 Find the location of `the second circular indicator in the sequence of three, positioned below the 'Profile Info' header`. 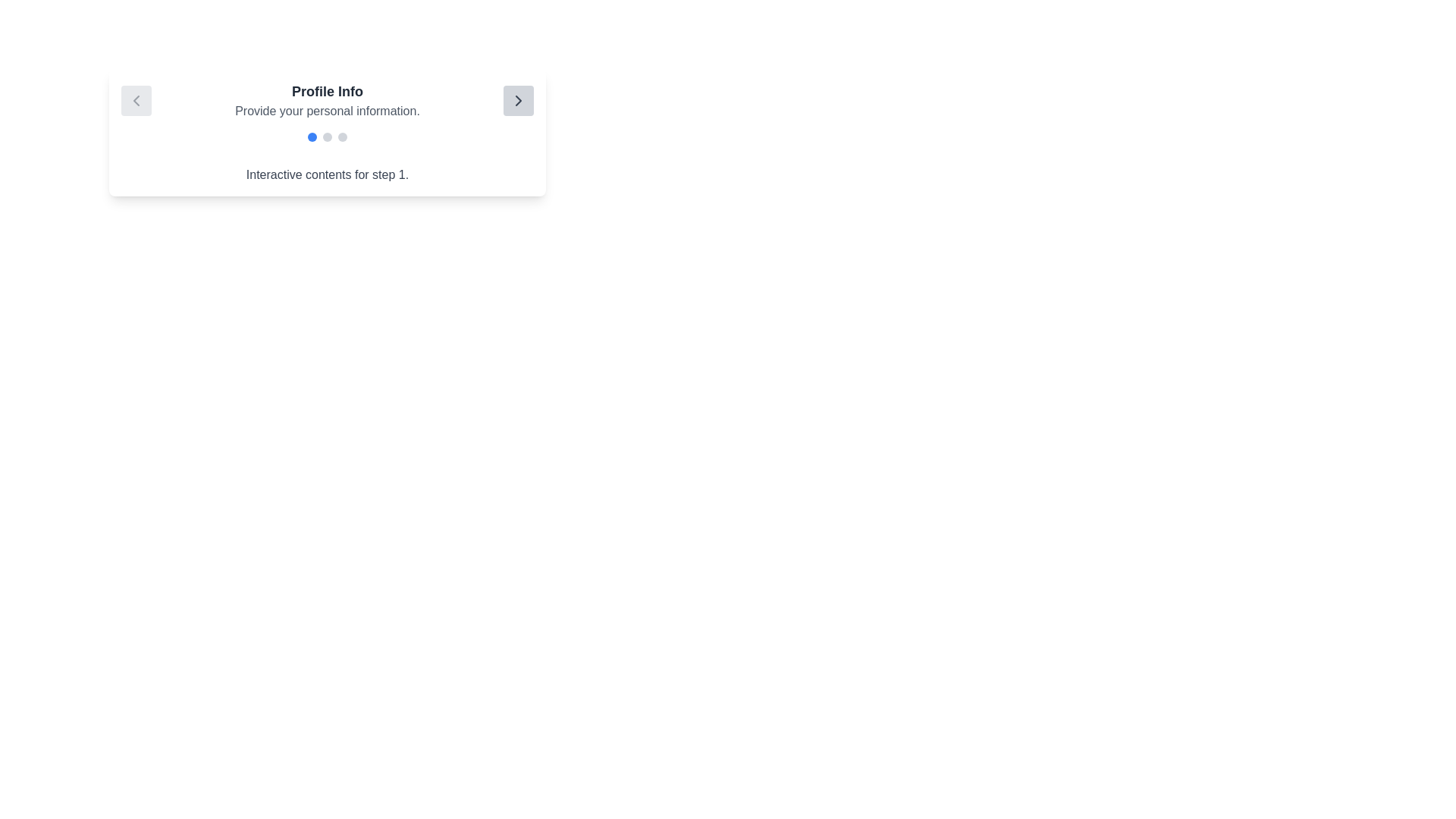

the second circular indicator in the sequence of three, positioned below the 'Profile Info' header is located at coordinates (327, 137).